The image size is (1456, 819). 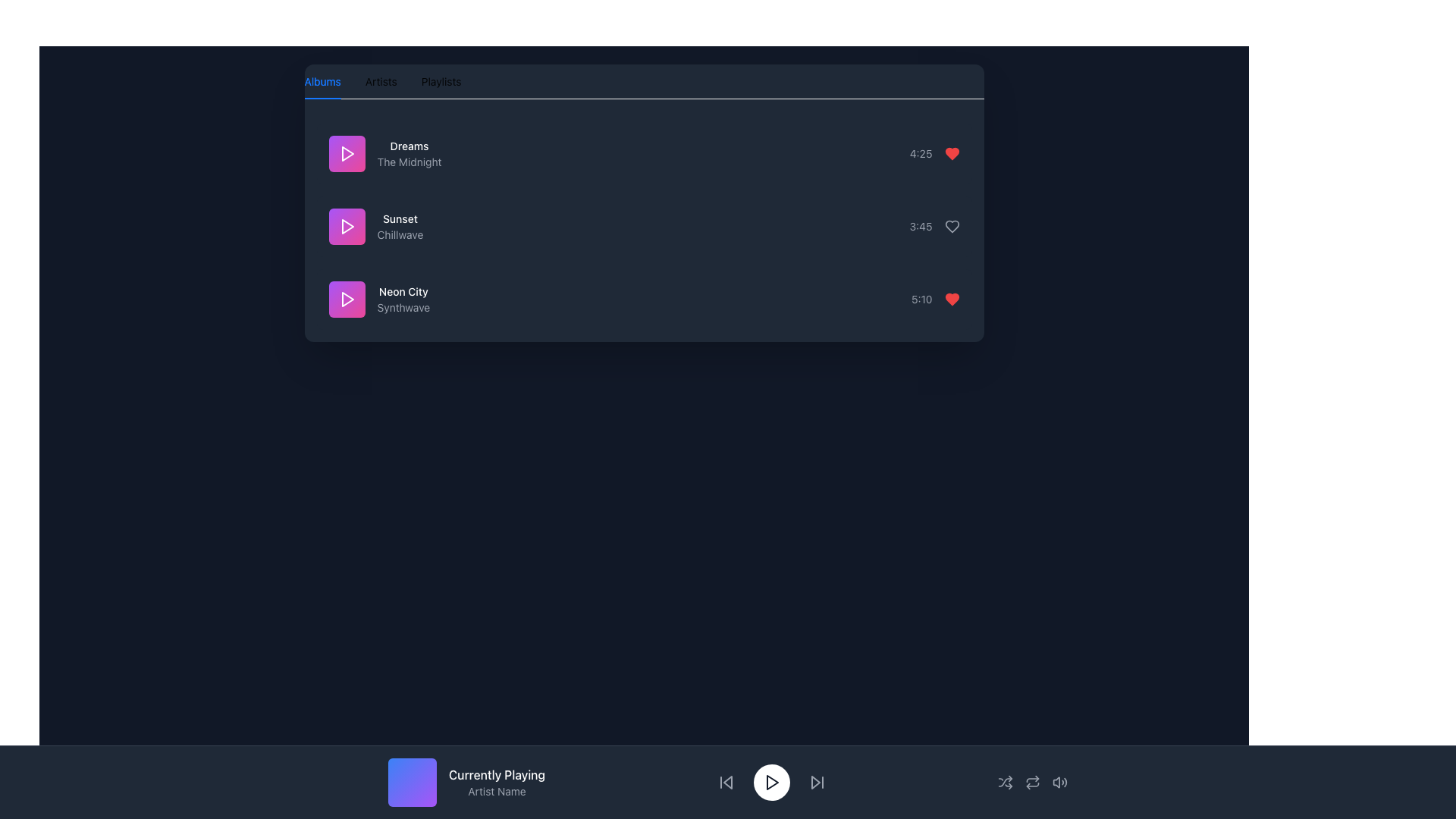 What do you see at coordinates (921, 299) in the screenshot?
I see `the text element displaying the time '5:10' in light gray color on a dark background, which is the first item in a horizontally organized row of elements` at bounding box center [921, 299].